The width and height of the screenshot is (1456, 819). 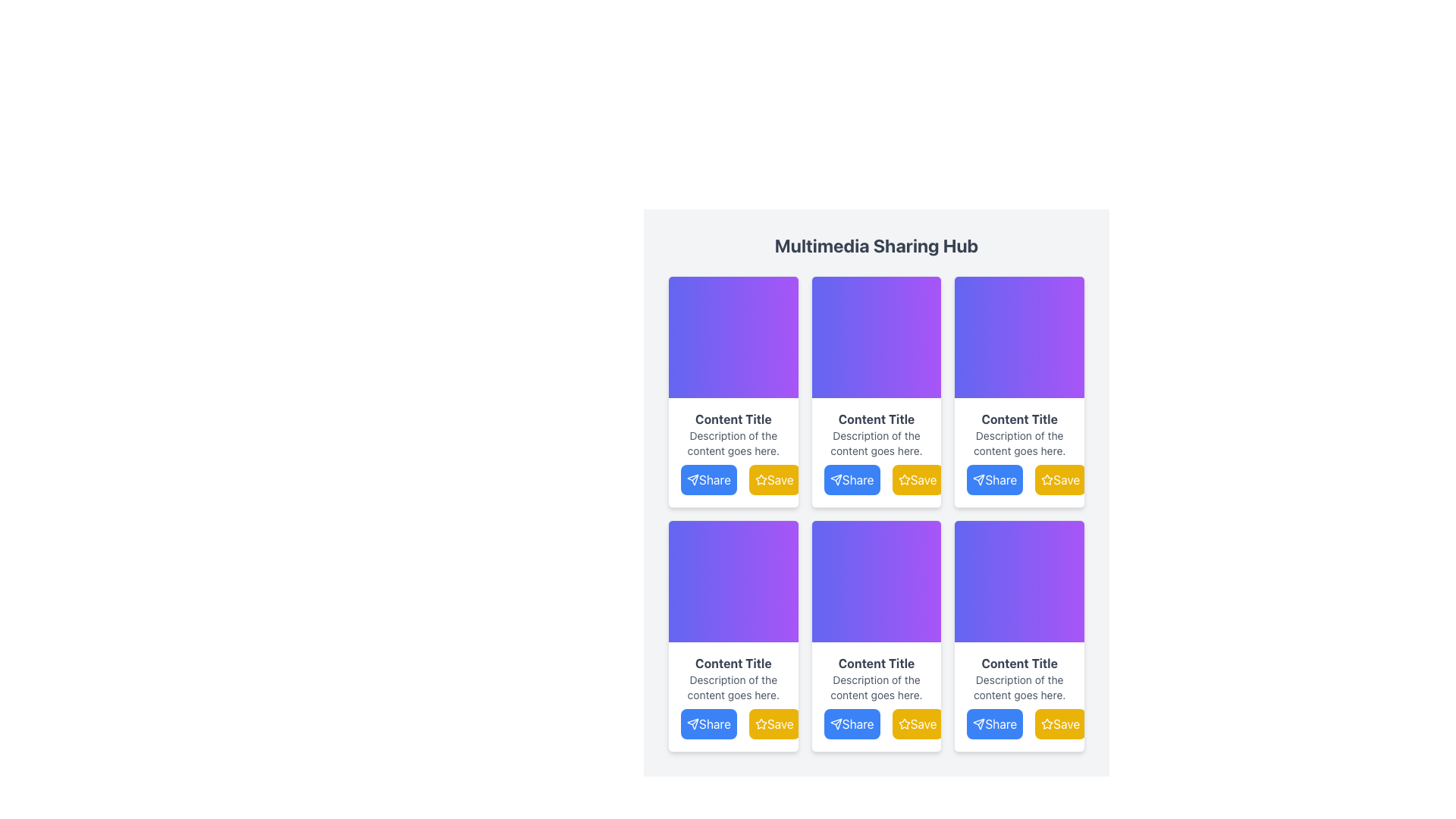 What do you see at coordinates (761, 479) in the screenshot?
I see `the star icon within the 'Save' button located on the second card in the first row of the grid` at bounding box center [761, 479].